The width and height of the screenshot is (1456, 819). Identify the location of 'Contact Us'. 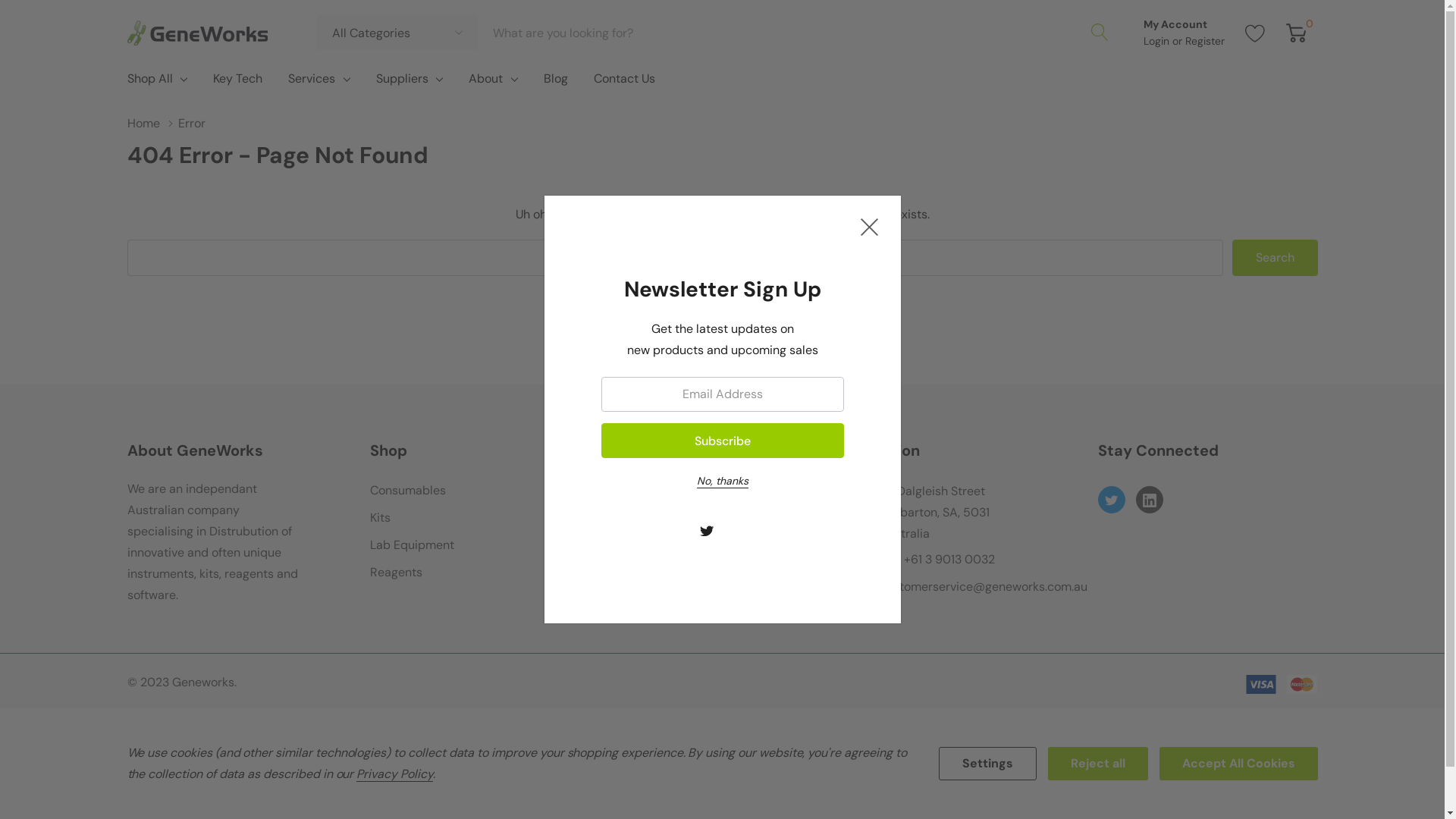
(624, 82).